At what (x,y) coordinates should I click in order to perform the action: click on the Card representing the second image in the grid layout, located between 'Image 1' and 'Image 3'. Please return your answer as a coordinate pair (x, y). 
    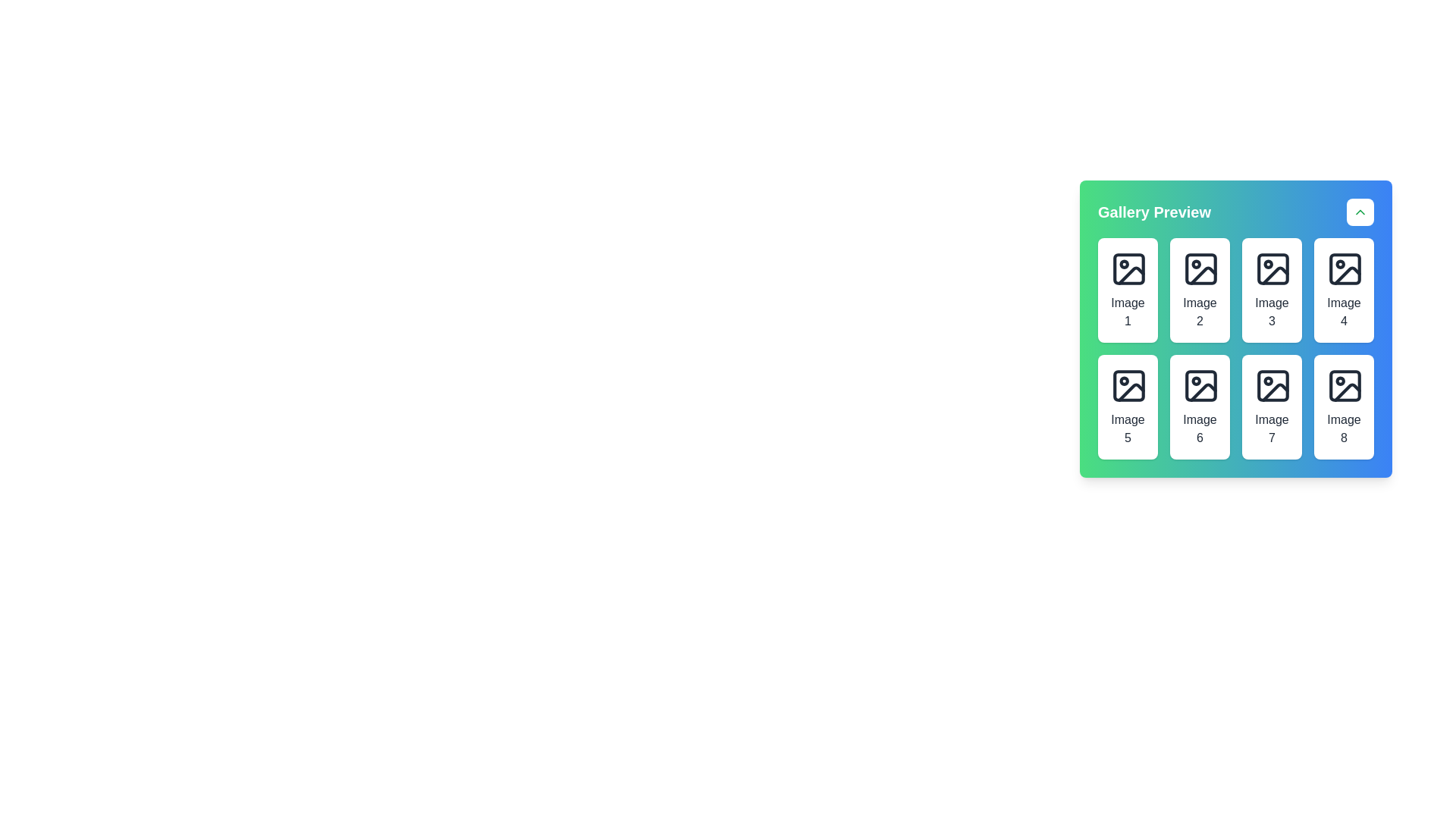
    Looking at the image, I should click on (1199, 290).